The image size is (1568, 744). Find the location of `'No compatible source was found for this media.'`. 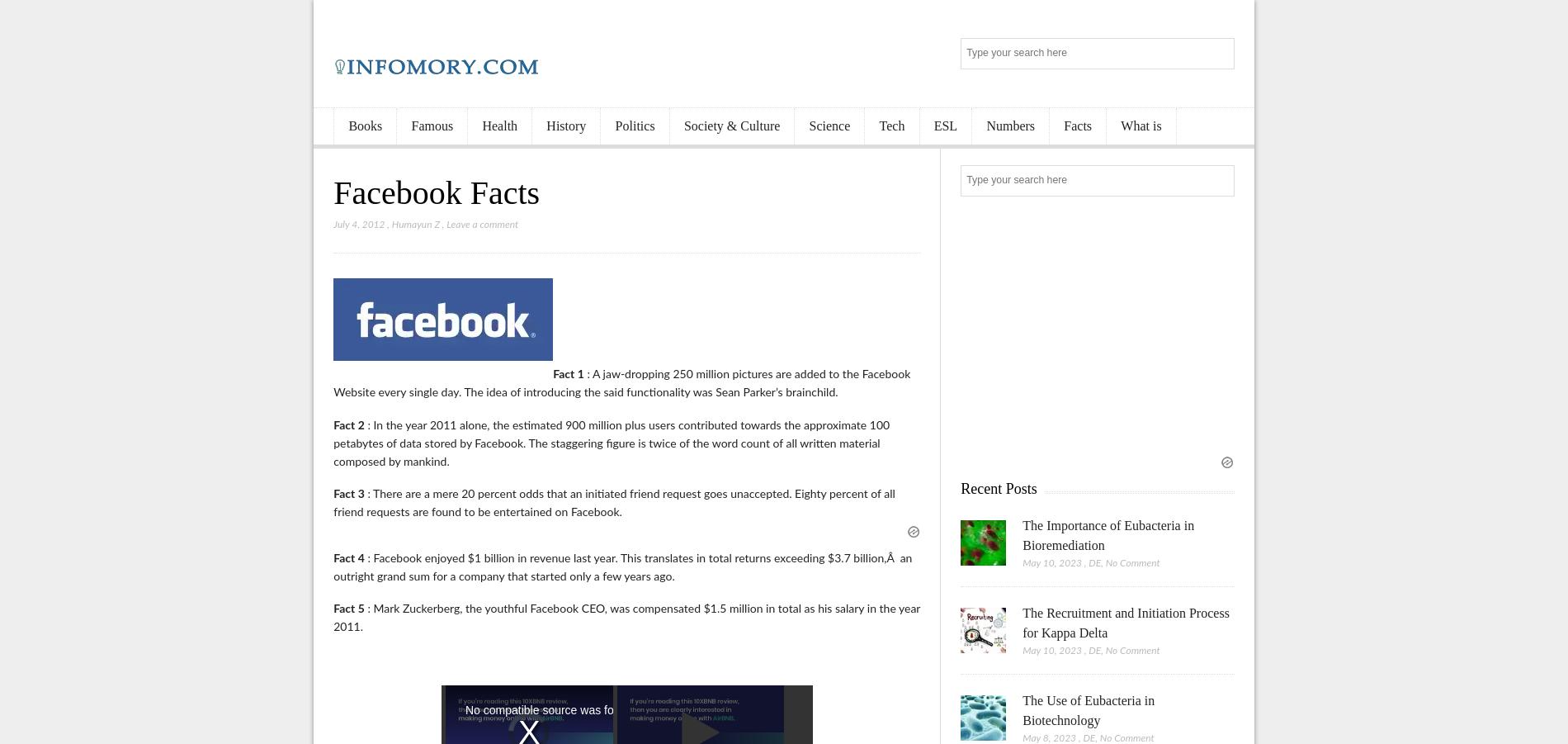

'No compatible source was found for this media.' is located at coordinates (586, 709).